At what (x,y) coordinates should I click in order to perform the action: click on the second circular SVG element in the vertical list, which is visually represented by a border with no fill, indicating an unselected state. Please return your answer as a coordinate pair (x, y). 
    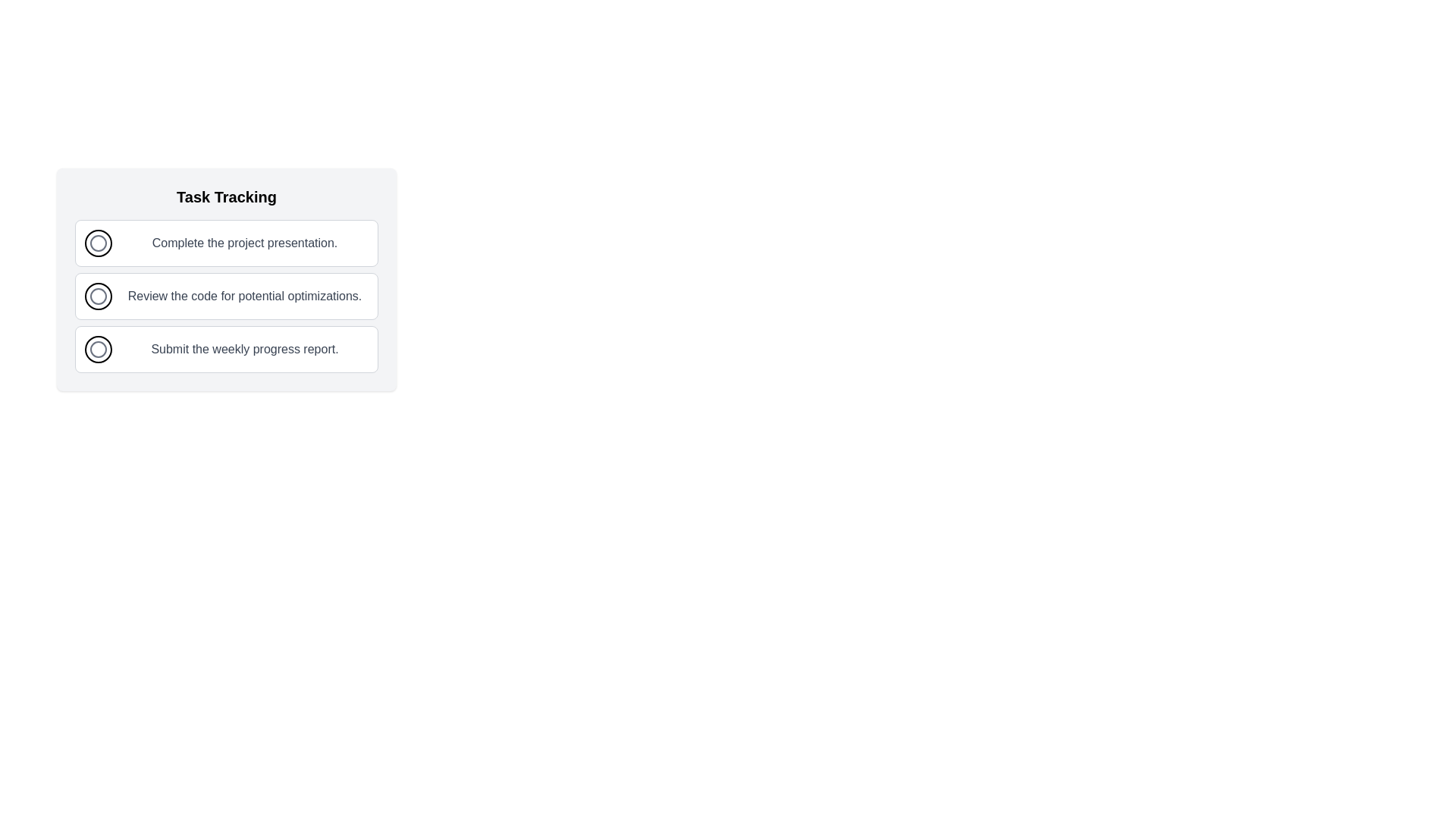
    Looking at the image, I should click on (97, 296).